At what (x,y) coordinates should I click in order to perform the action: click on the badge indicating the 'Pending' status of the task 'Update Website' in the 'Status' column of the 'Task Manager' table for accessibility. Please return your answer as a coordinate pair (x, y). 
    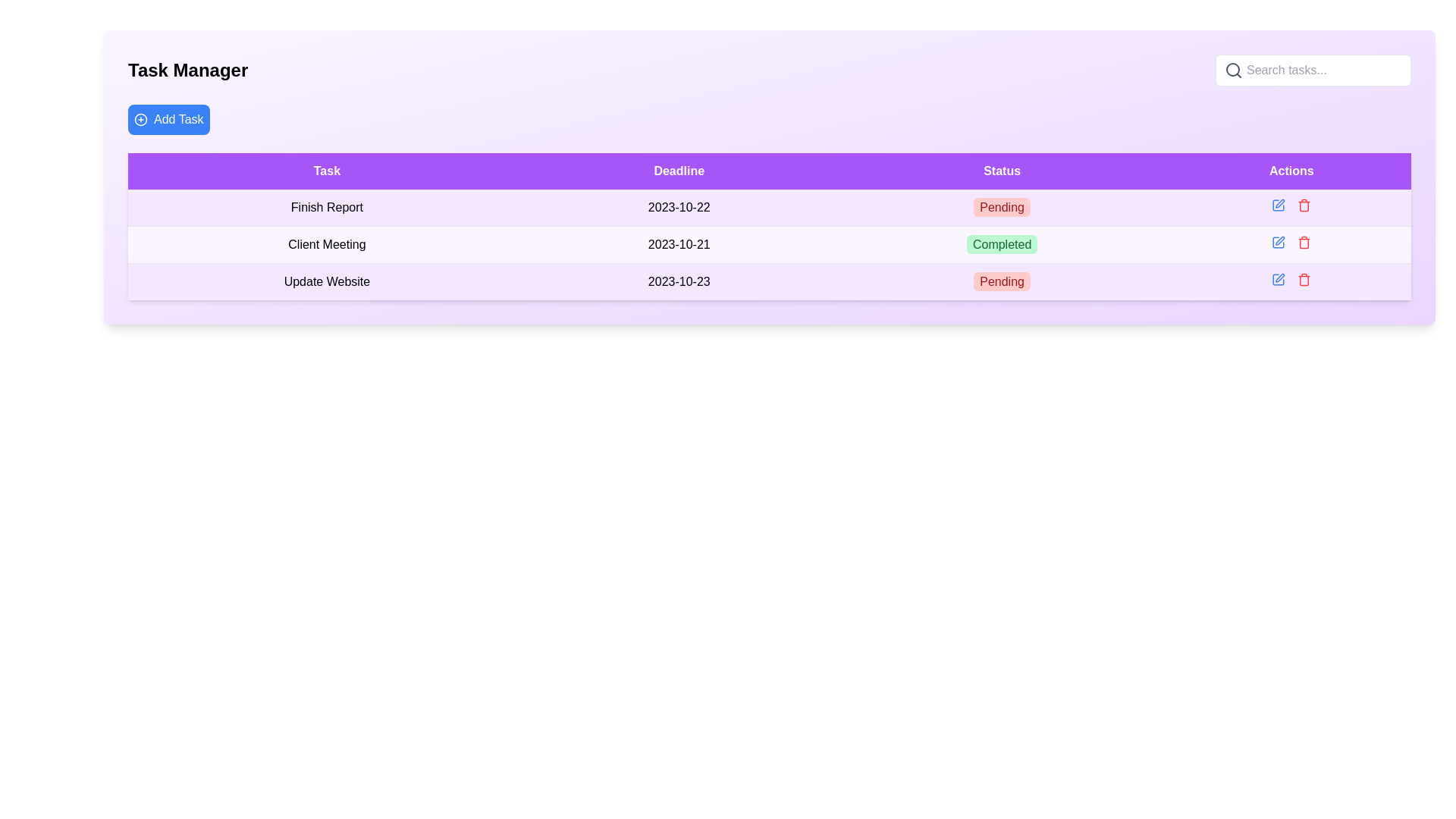
    Looking at the image, I should click on (1002, 281).